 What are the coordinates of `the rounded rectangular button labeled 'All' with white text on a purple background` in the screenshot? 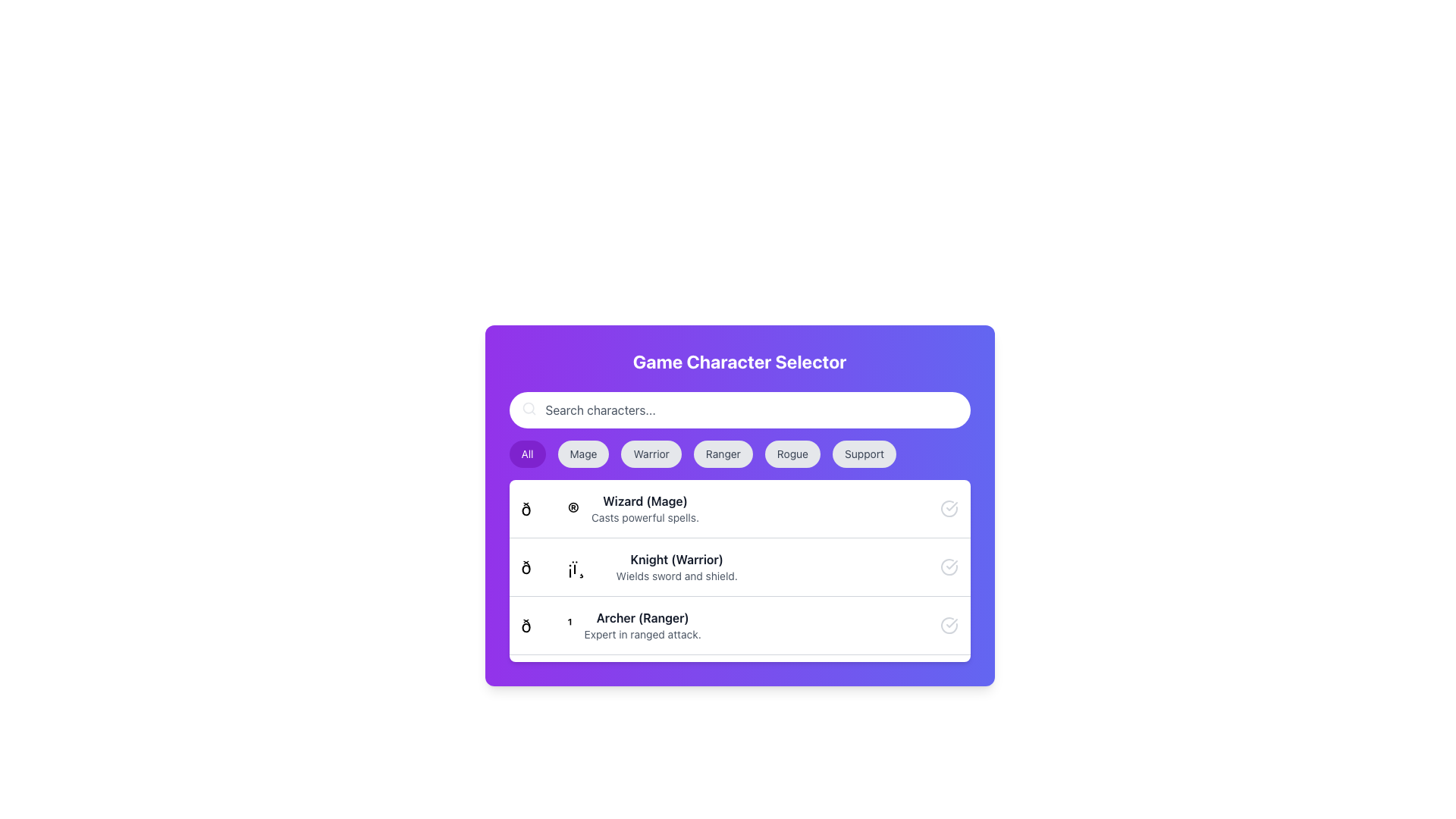 It's located at (527, 453).